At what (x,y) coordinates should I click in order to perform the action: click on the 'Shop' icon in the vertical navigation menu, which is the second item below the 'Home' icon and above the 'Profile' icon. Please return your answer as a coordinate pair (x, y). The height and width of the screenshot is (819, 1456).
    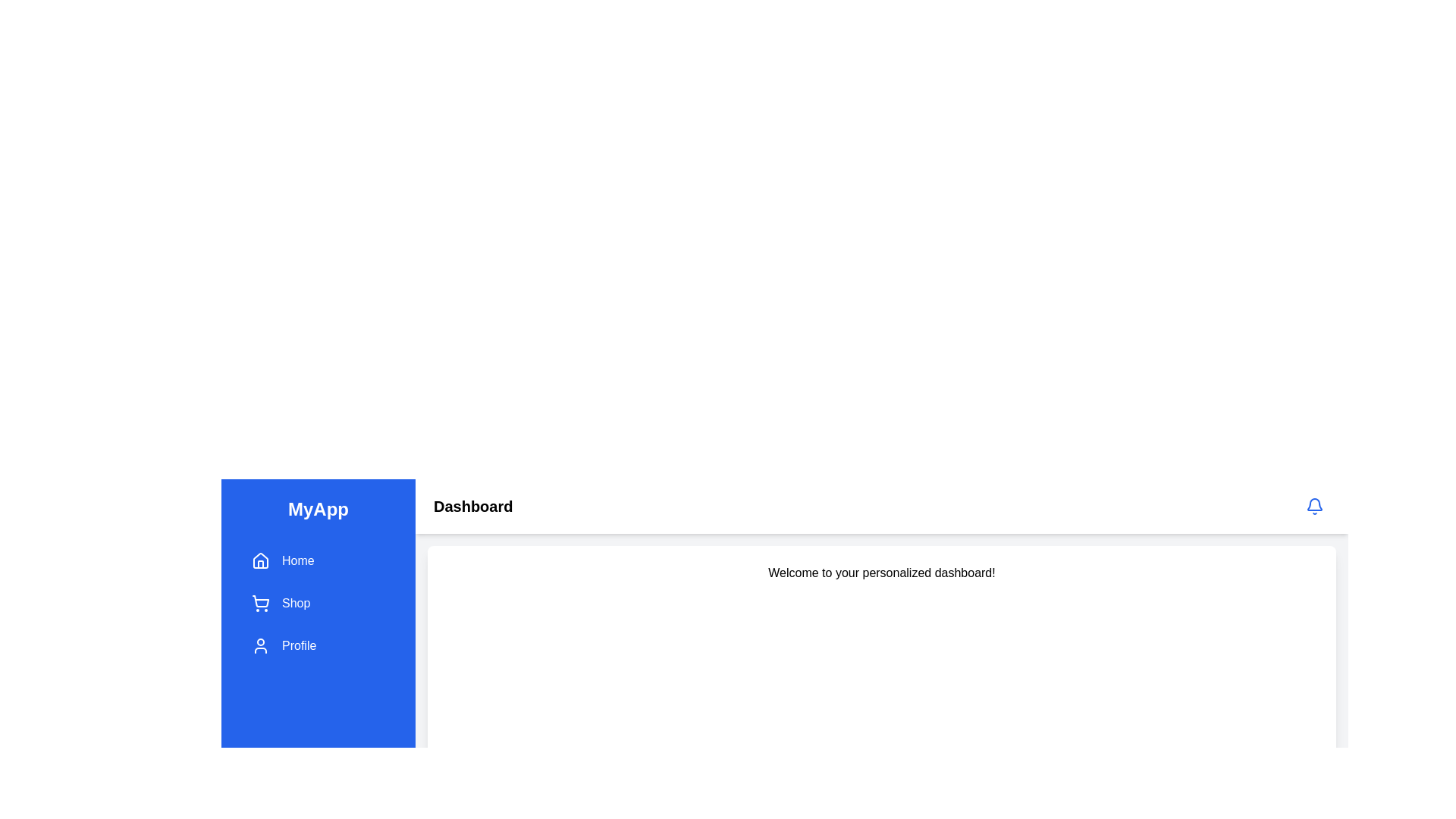
    Looking at the image, I should click on (261, 602).